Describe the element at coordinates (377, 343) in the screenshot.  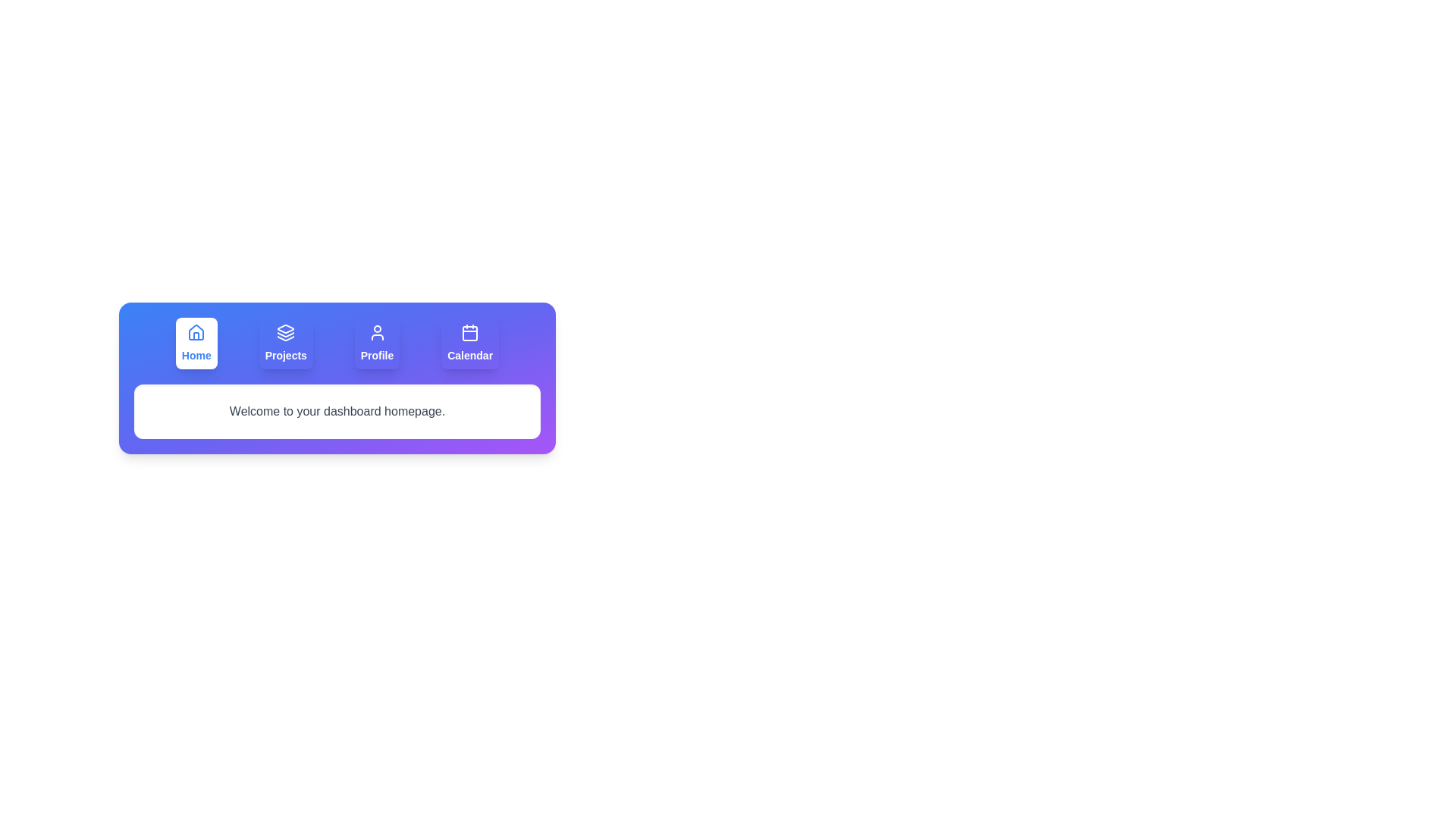
I see `the tab button labeled Profile` at that location.